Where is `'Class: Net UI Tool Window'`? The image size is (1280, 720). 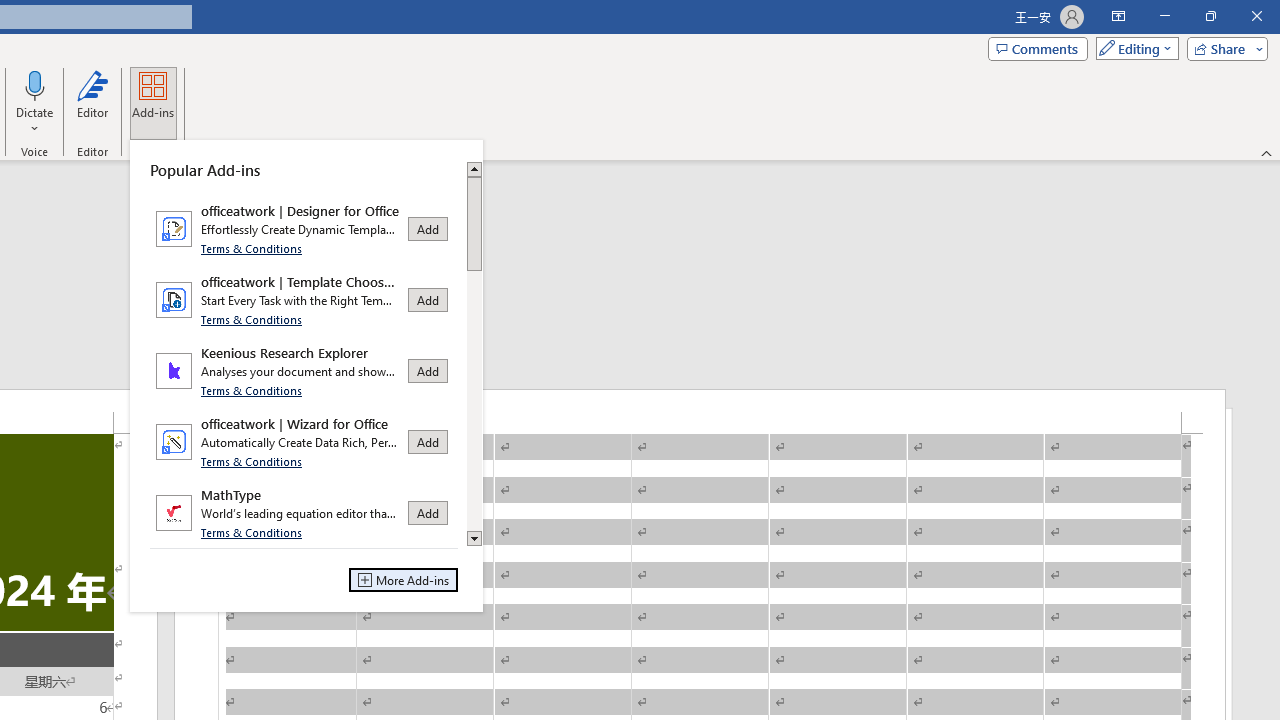
'Class: Net UI Tool Window' is located at coordinates (305, 375).